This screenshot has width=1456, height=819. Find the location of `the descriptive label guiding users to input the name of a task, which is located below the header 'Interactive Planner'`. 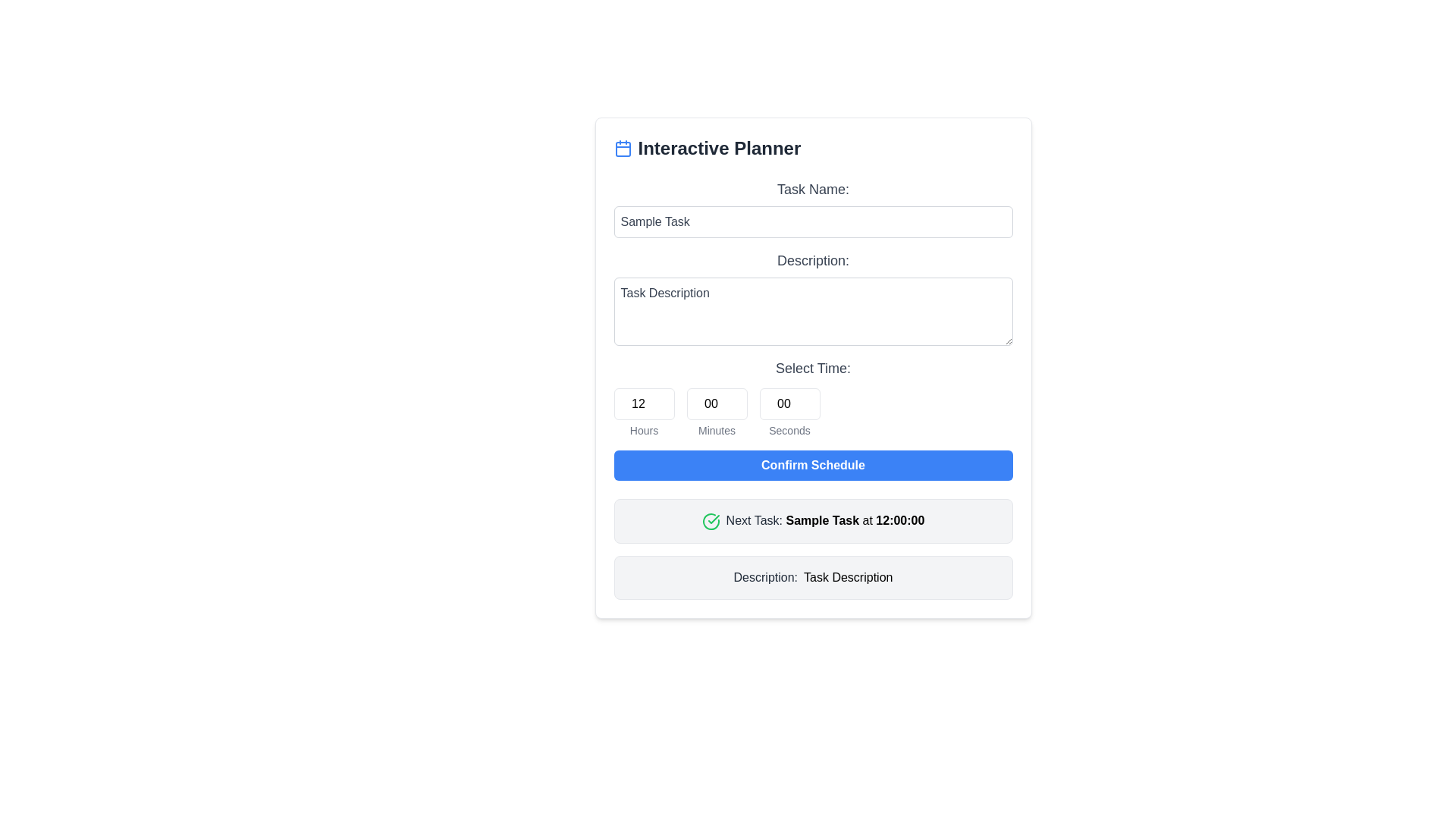

the descriptive label guiding users to input the name of a task, which is located below the header 'Interactive Planner' is located at coordinates (812, 189).